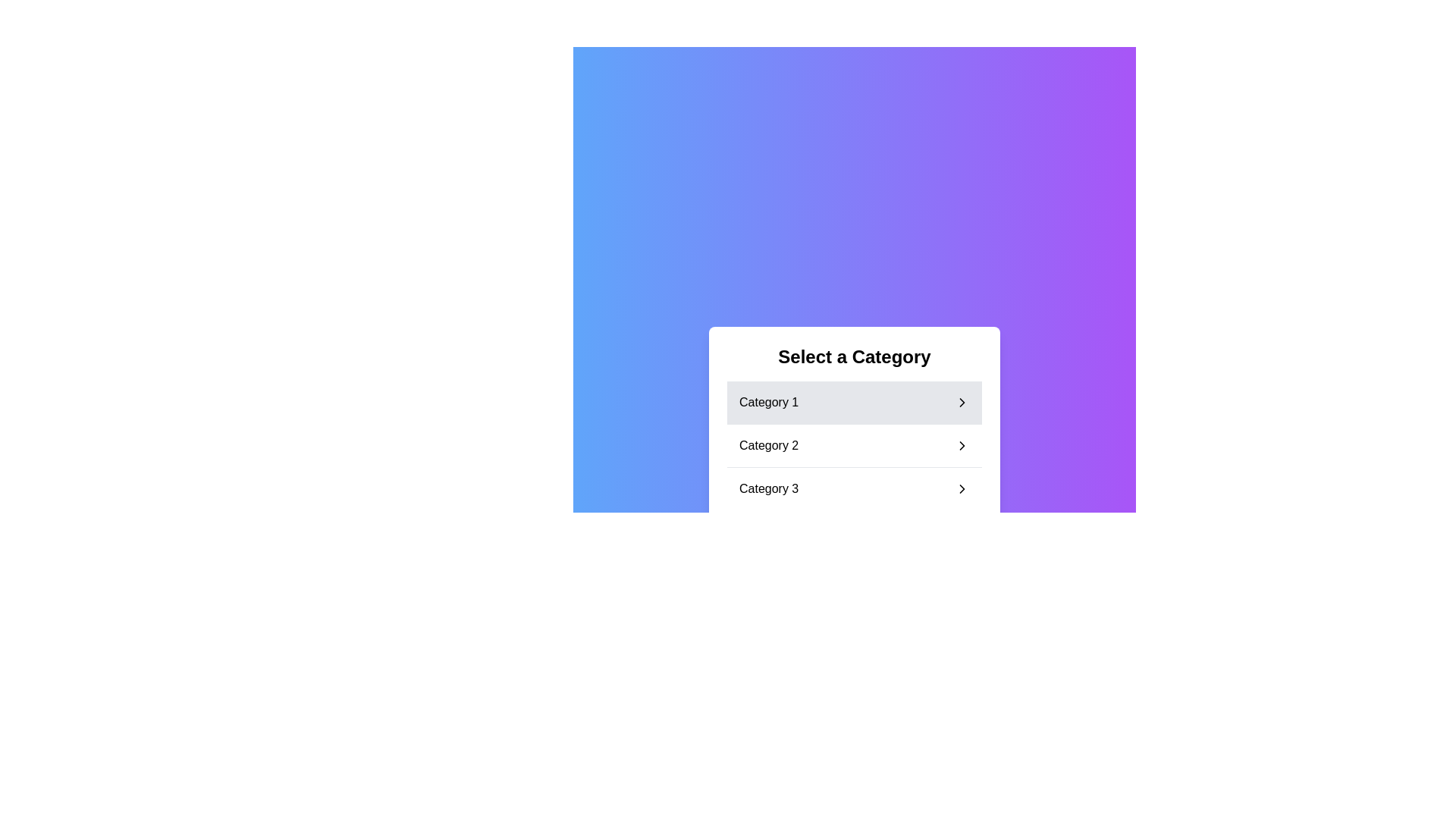  Describe the element at coordinates (961, 444) in the screenshot. I see `the Chevron or arrow icon located at the far-right end of the 'Category 2' row in the popup card to indicate additional options` at that location.